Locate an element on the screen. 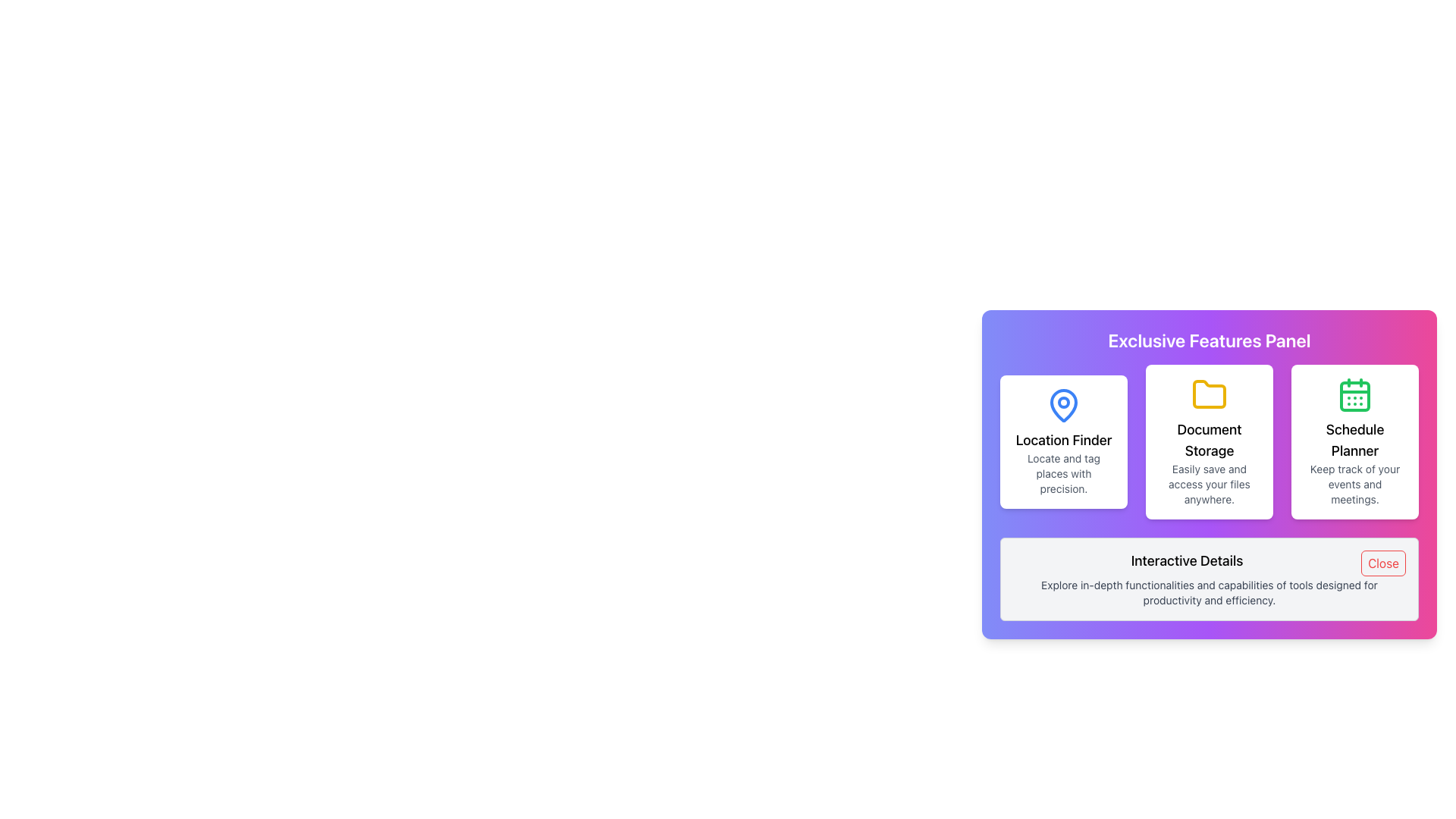 The image size is (1456, 819). the green square or rectangular shape with rounded corners within the Schedule Planner icon in the lower section of the calendar illustration is located at coordinates (1354, 396).